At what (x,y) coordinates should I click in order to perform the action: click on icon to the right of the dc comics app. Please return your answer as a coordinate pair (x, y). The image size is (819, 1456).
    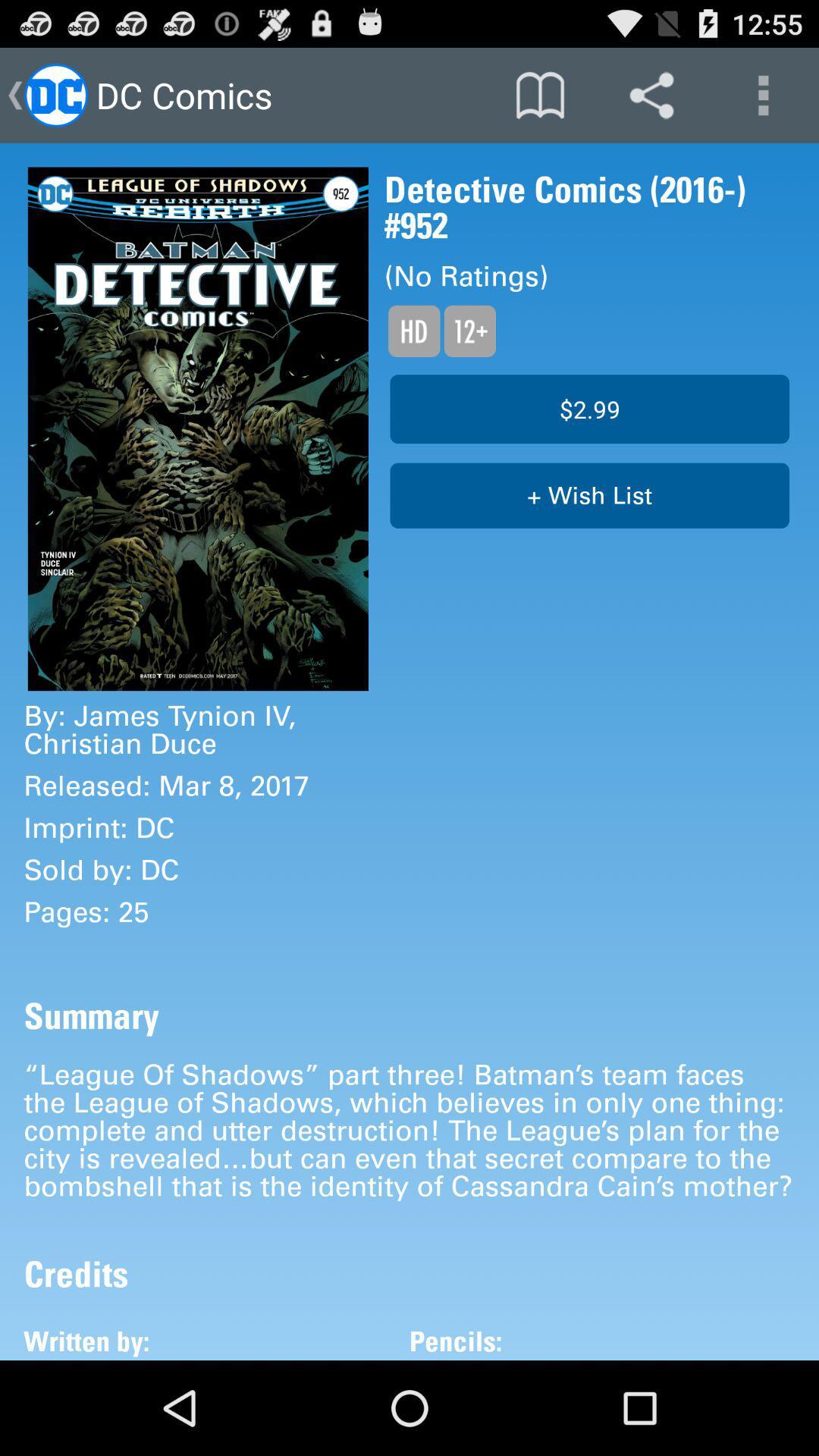
    Looking at the image, I should click on (539, 94).